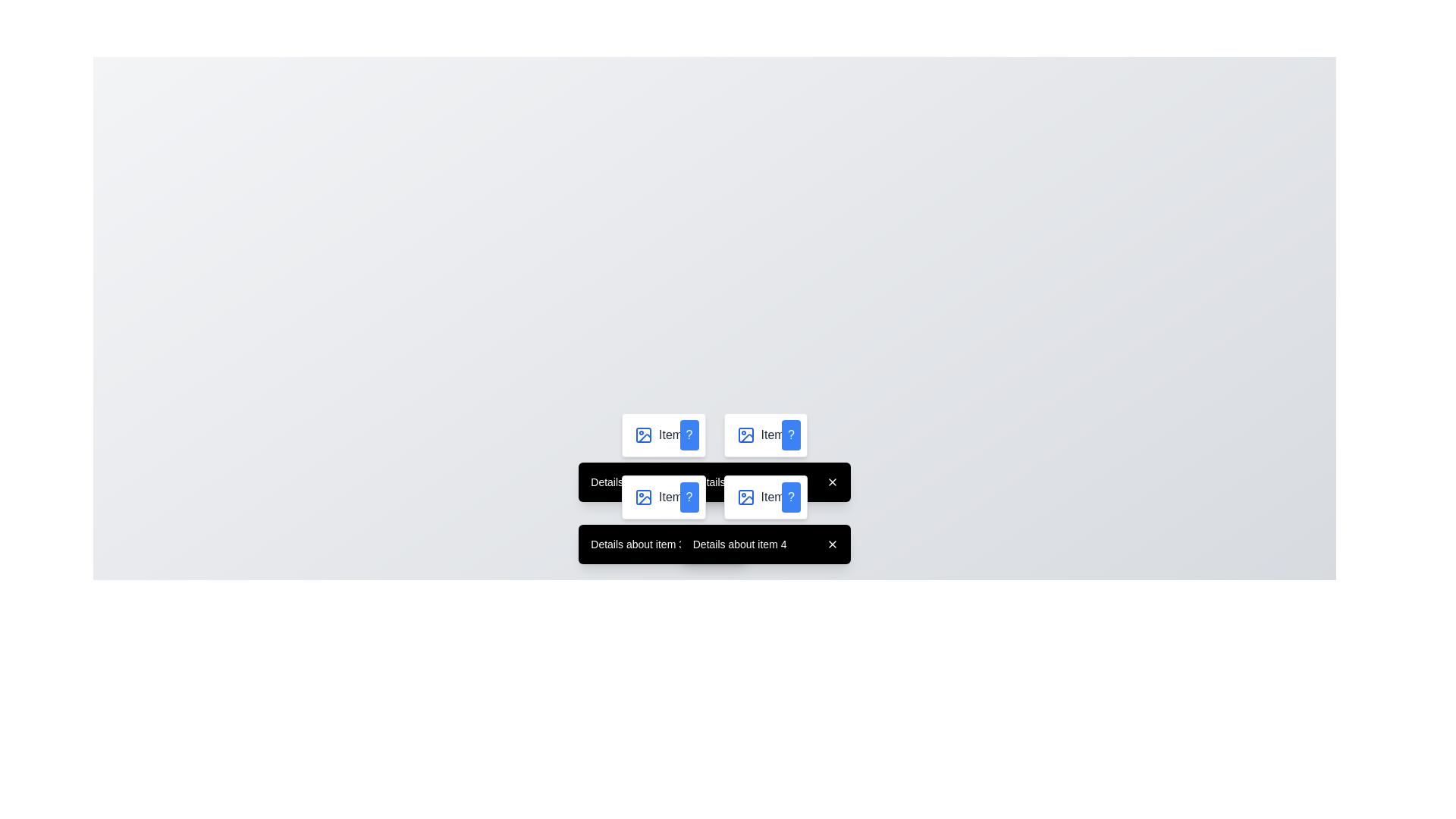  What do you see at coordinates (765, 435) in the screenshot?
I see `the '?' button on the second Interactive Card in the grid layout for additional details` at bounding box center [765, 435].